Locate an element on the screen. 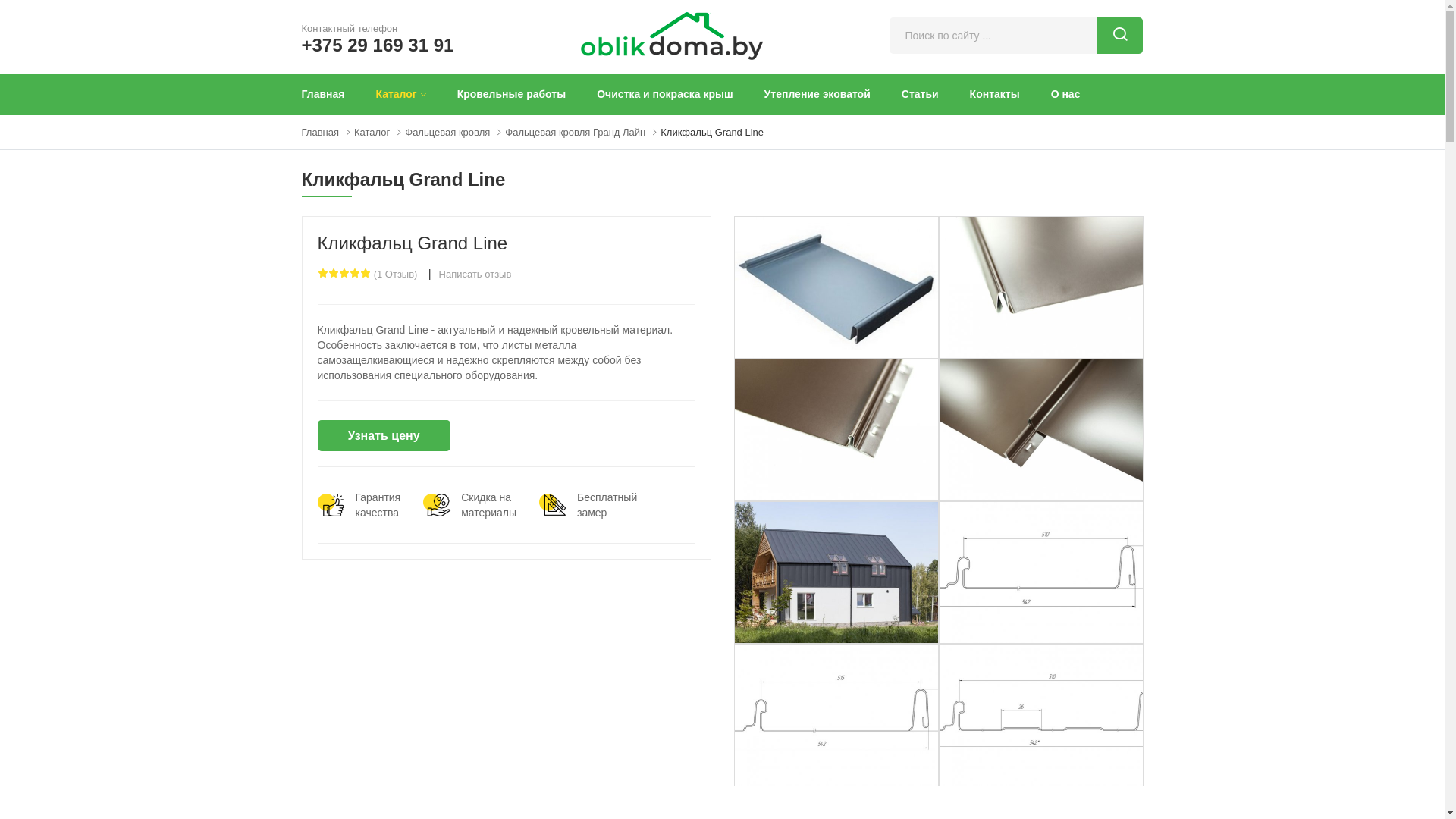  '+375 29 169 31 91' is located at coordinates (378, 43).